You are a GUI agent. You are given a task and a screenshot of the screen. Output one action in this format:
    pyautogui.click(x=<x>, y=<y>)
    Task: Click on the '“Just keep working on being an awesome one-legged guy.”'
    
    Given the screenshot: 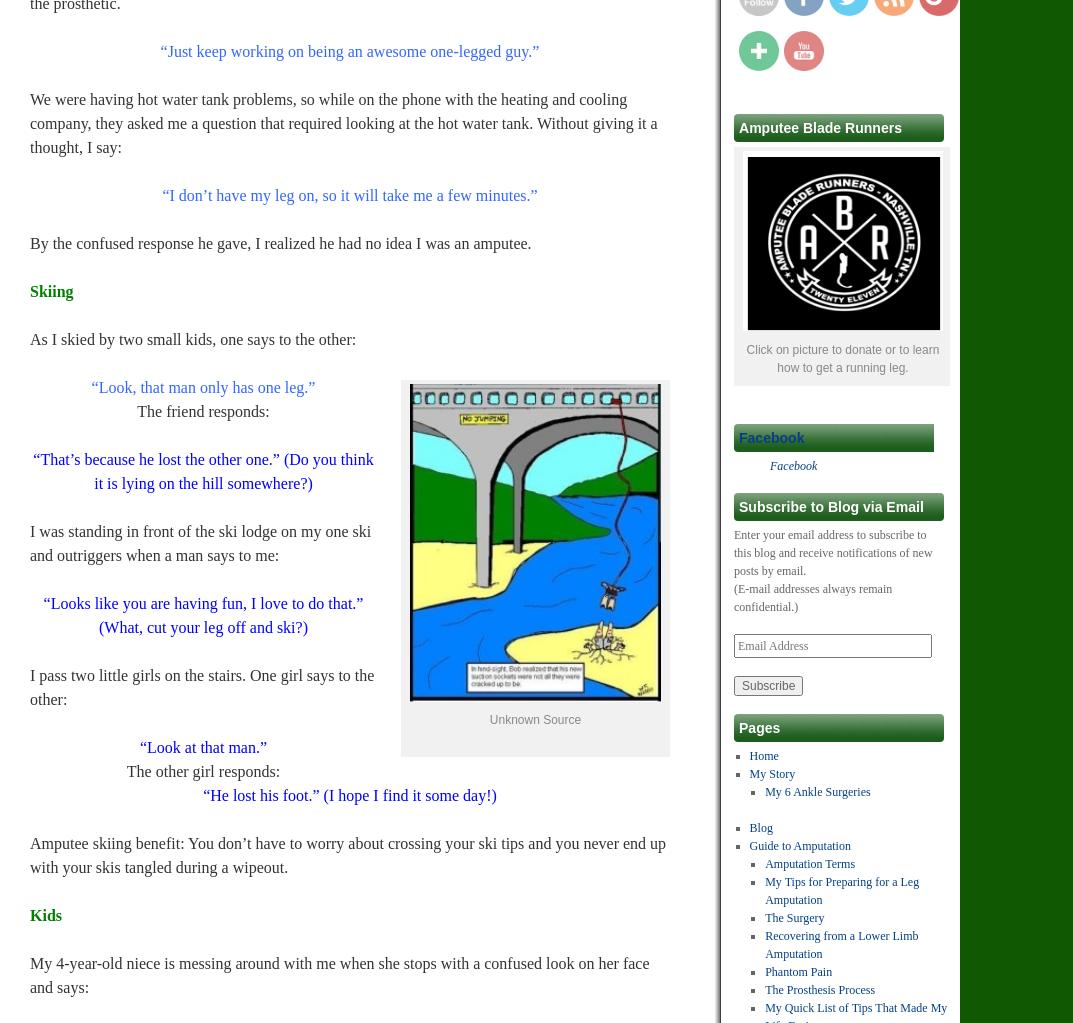 What is the action you would take?
    pyautogui.click(x=349, y=50)
    